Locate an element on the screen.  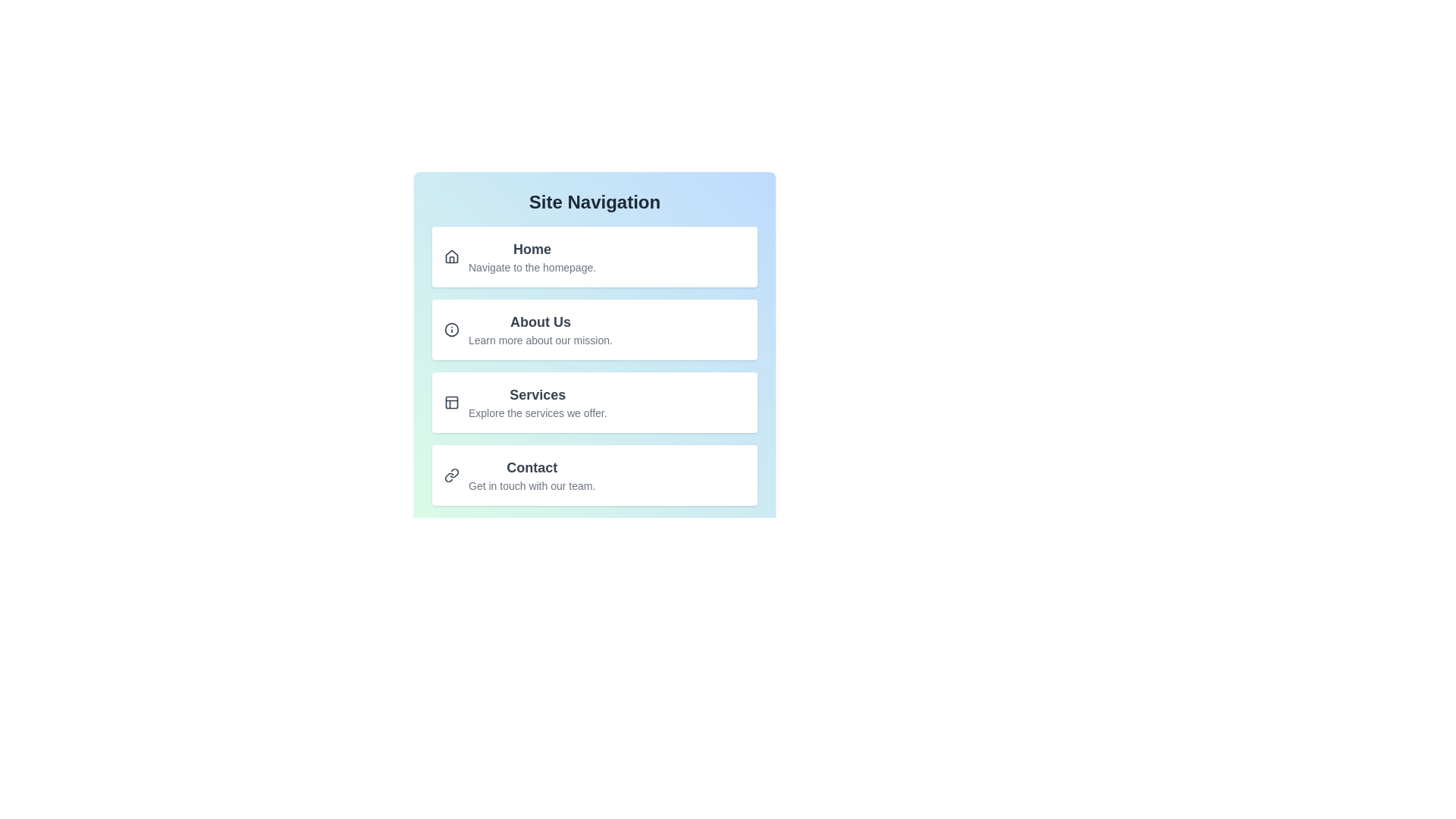
the supplementary information text label below the 'Home' navigation item, which indicates that clicking 'Home' will lead to the homepage is located at coordinates (532, 267).